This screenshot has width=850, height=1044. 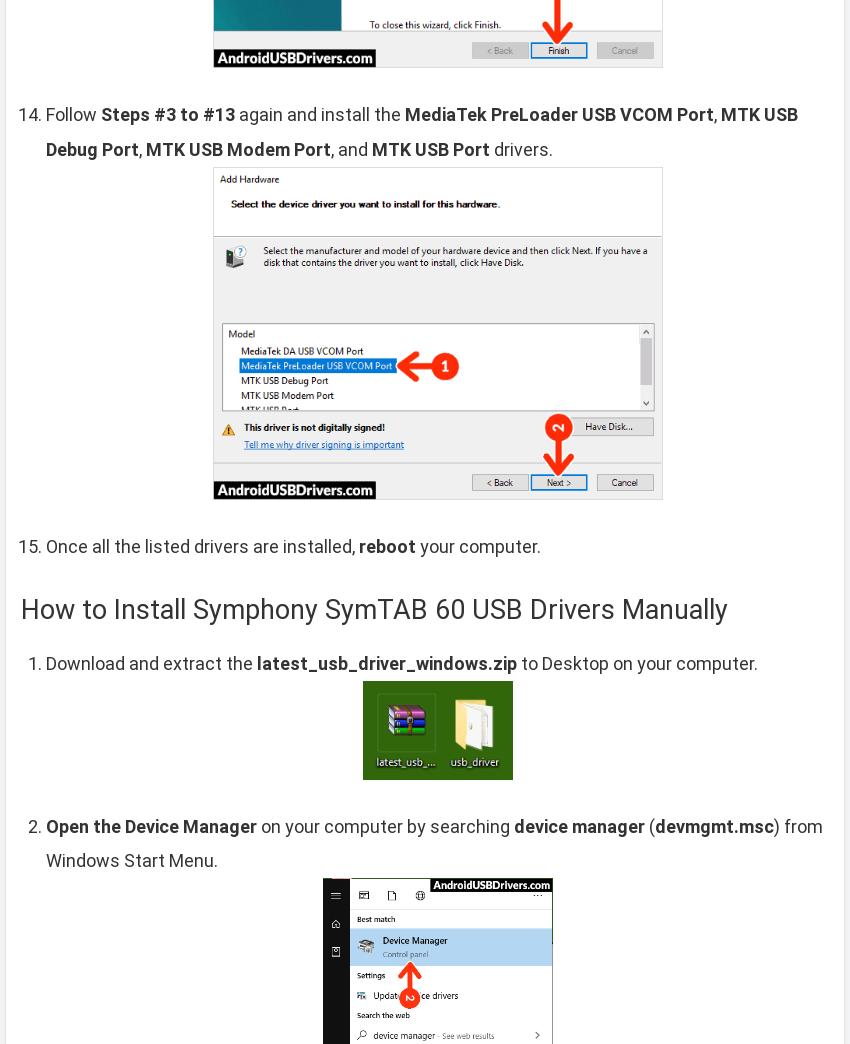 What do you see at coordinates (579, 824) in the screenshot?
I see `'device manager'` at bounding box center [579, 824].